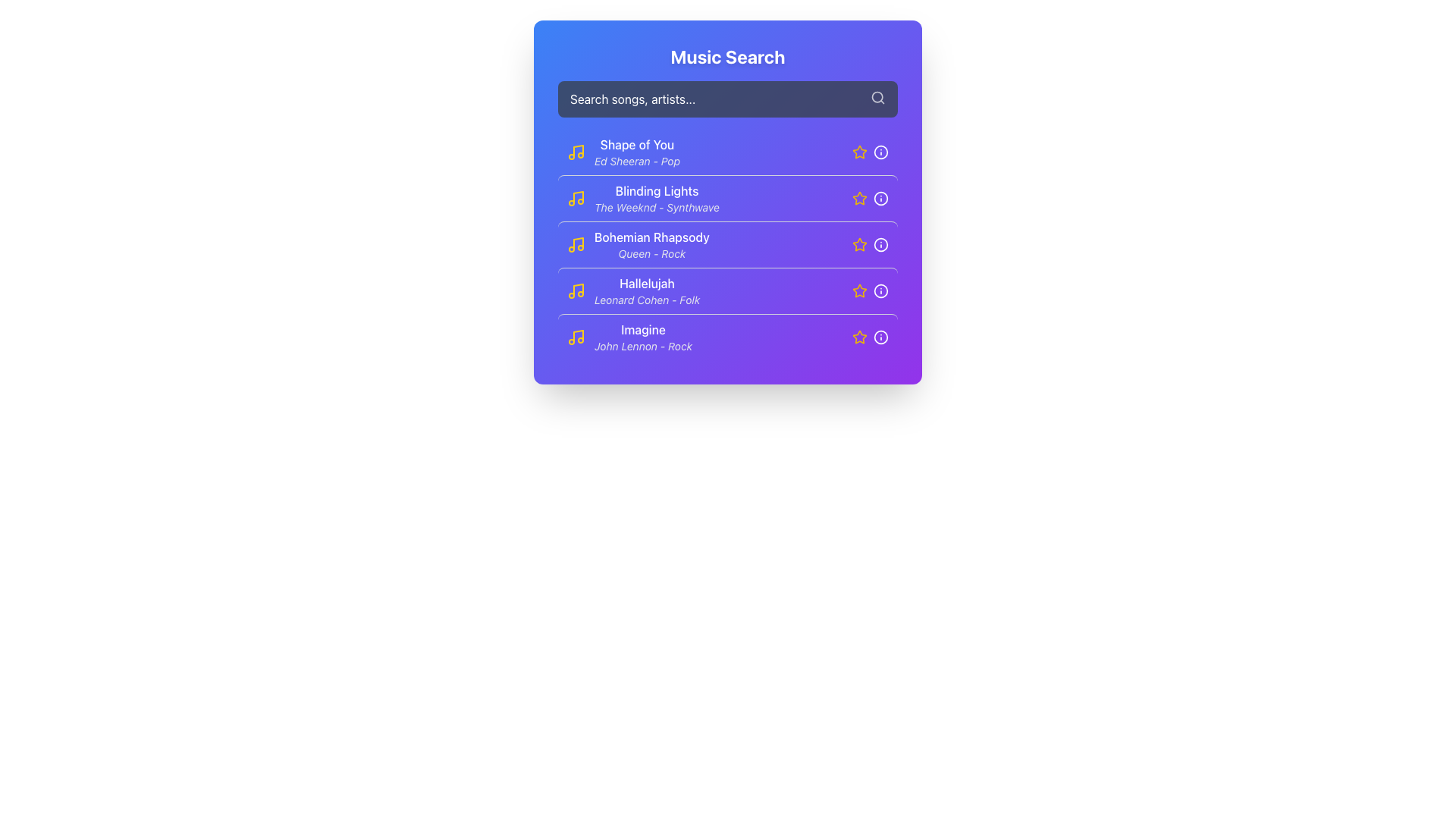 This screenshot has width=1456, height=819. What do you see at coordinates (728, 335) in the screenshot?
I see `the last song entry in the 'Music Search' list` at bounding box center [728, 335].